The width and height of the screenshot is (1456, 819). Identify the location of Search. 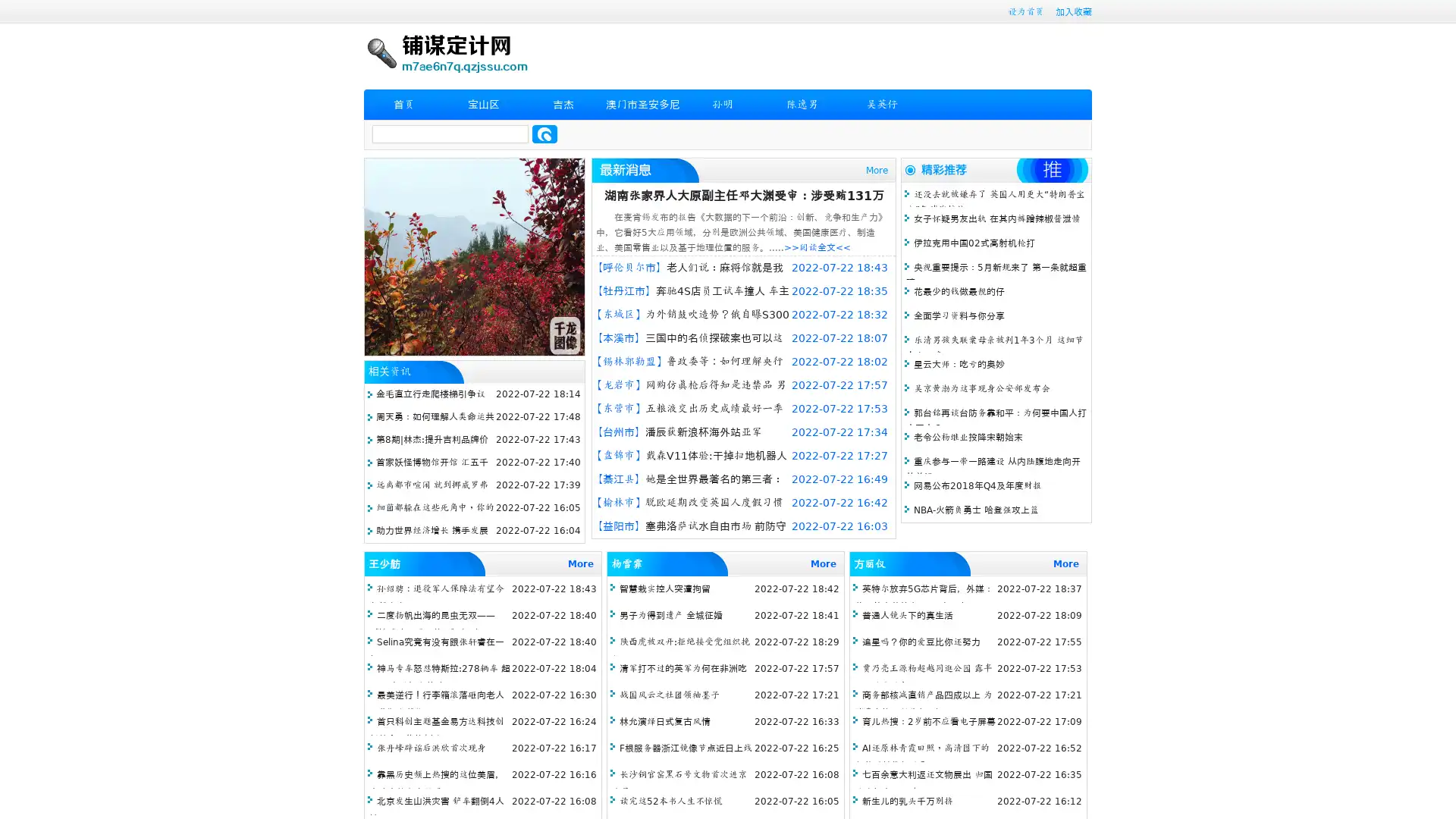
(544, 133).